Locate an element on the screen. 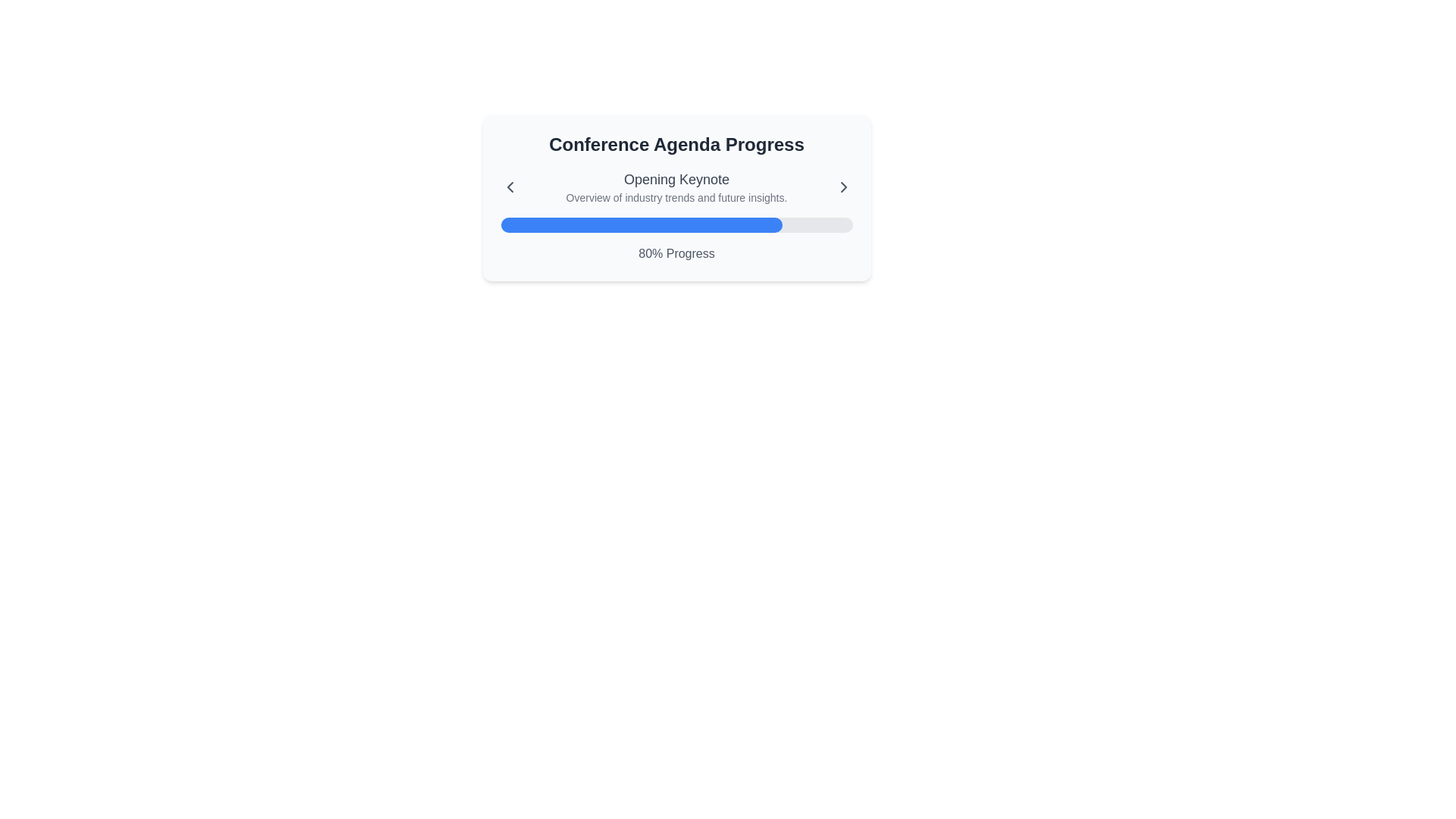 The image size is (1456, 819). the right-pointing chevron icon button located at the extreme right of the 'Conference Agenda Progress' card is located at coordinates (843, 186).